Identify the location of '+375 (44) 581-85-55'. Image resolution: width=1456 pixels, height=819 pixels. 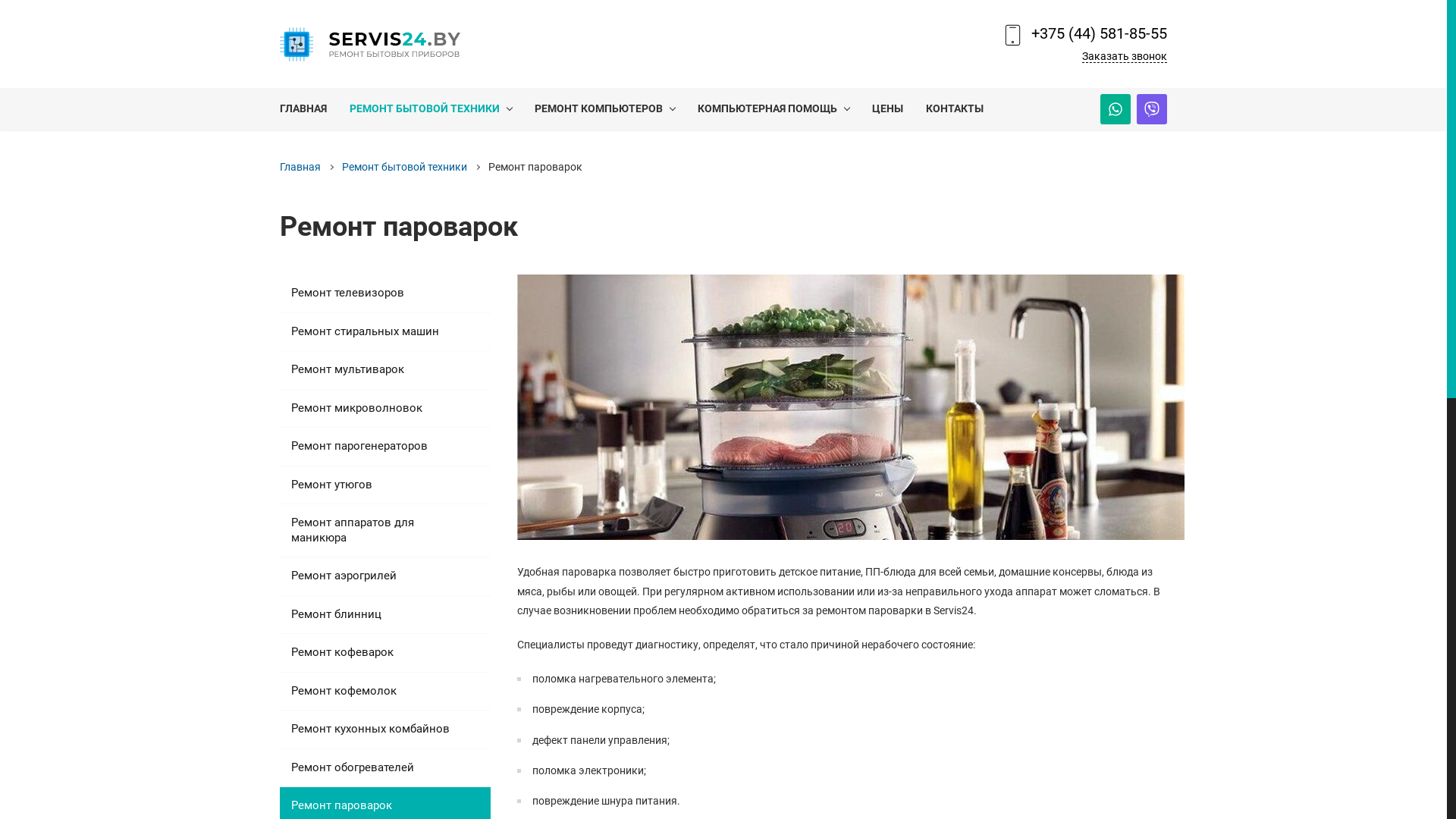
(1099, 33).